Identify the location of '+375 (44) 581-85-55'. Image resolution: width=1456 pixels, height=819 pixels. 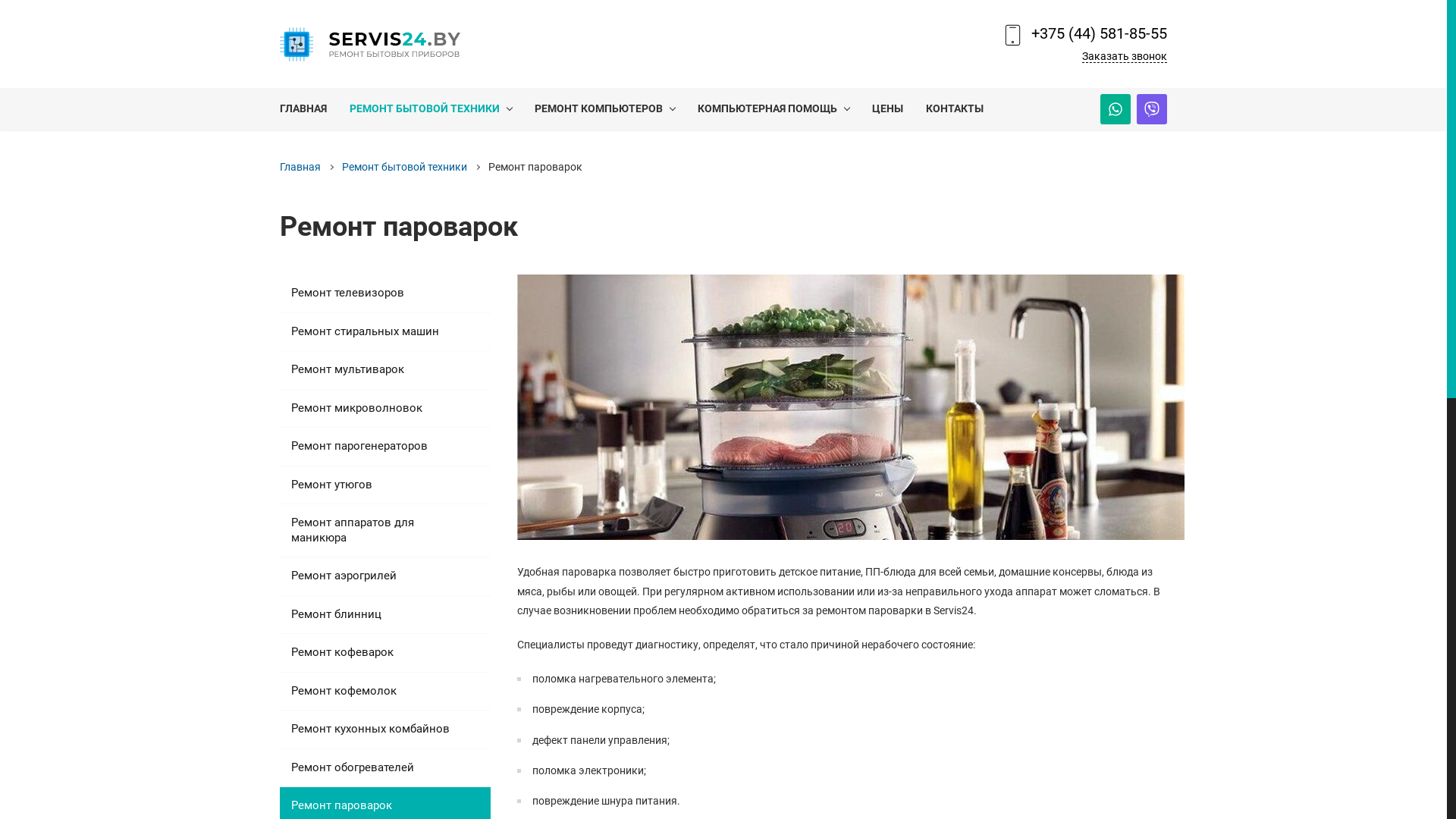
(1099, 33).